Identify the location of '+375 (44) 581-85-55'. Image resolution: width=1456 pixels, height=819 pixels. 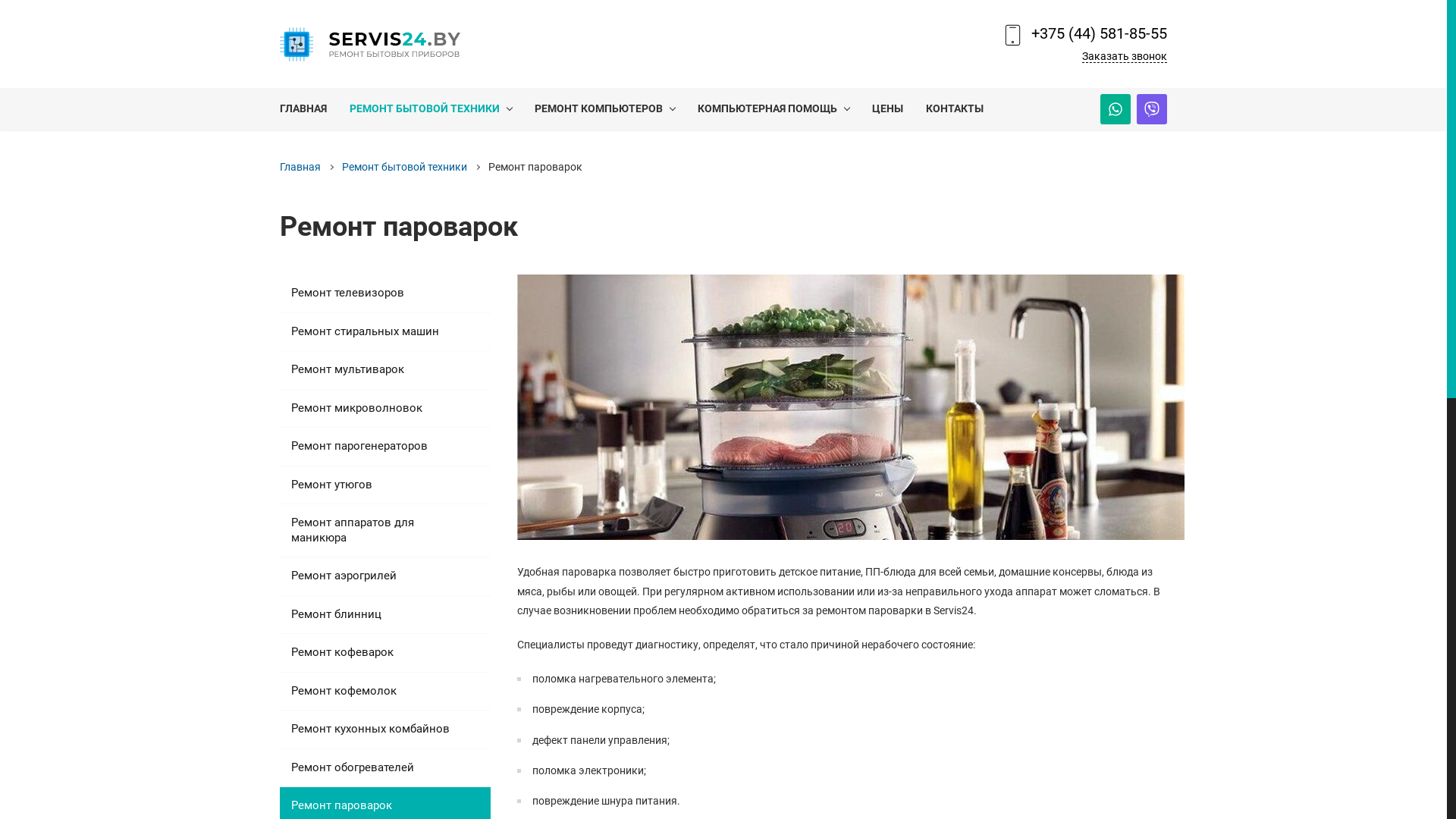
(1099, 33).